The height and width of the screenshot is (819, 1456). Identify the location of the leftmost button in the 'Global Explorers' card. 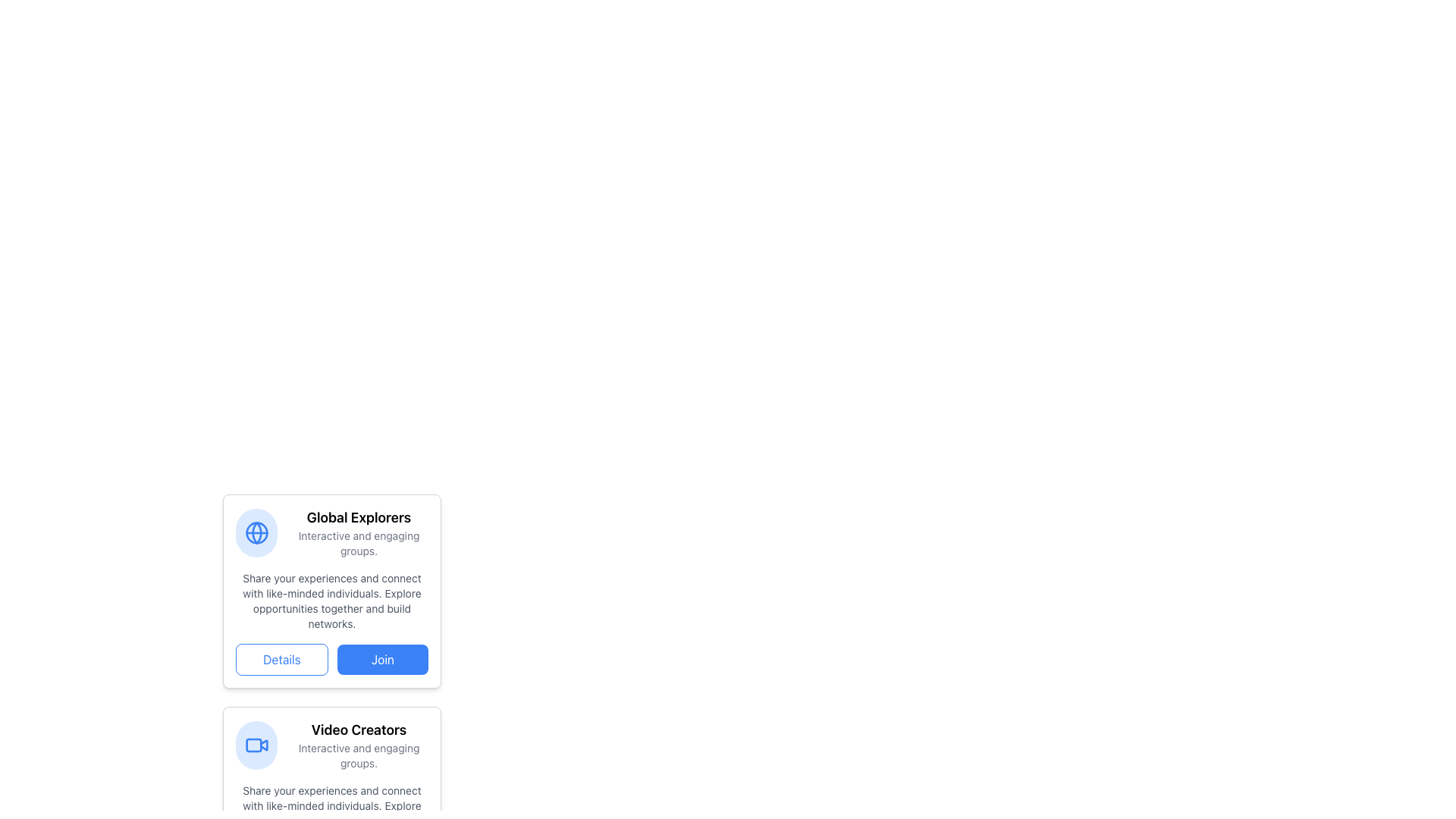
(282, 659).